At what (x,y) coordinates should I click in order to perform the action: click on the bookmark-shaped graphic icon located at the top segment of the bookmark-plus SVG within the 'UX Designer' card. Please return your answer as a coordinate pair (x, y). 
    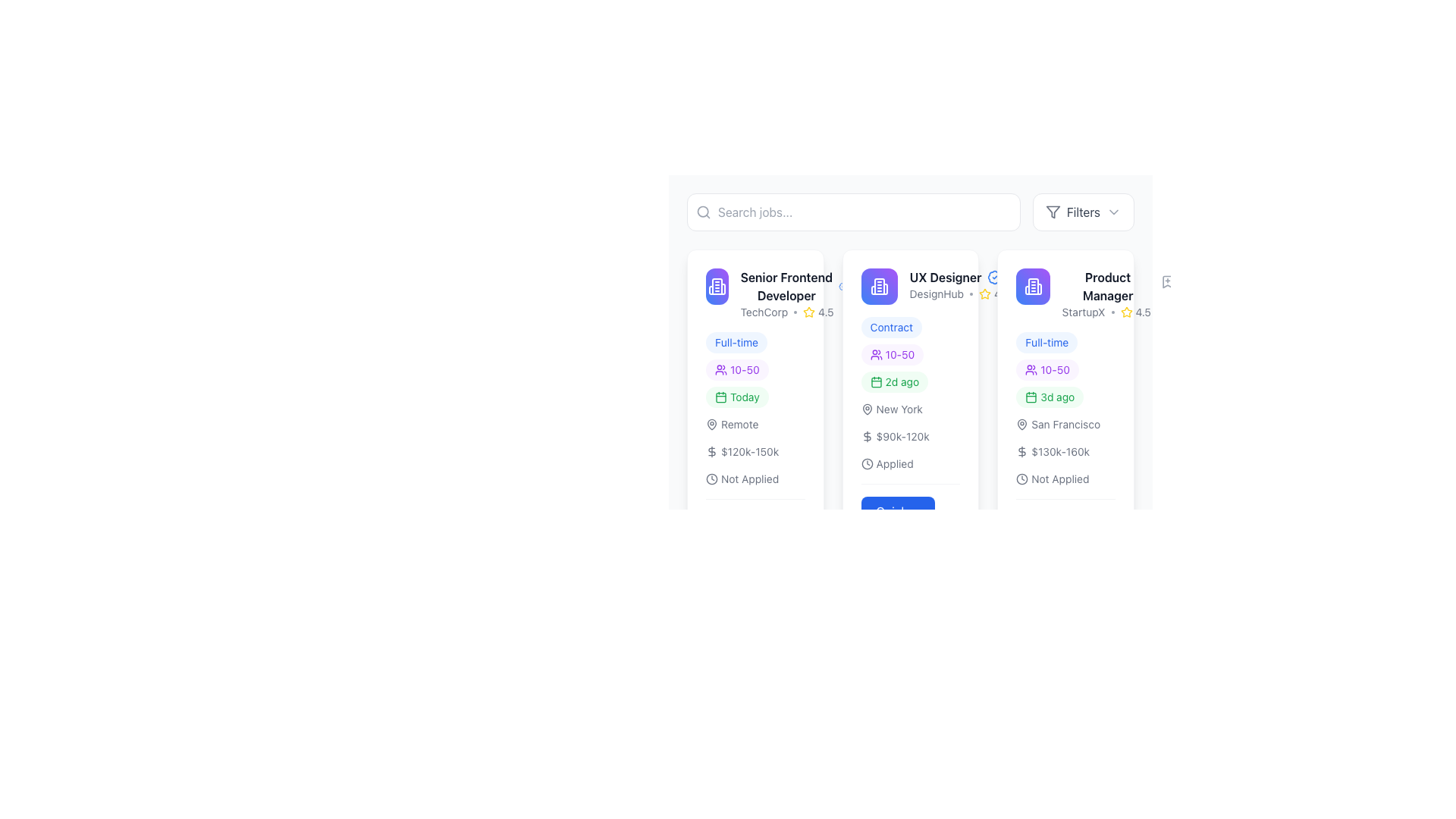
    Looking at the image, I should click on (861, 281).